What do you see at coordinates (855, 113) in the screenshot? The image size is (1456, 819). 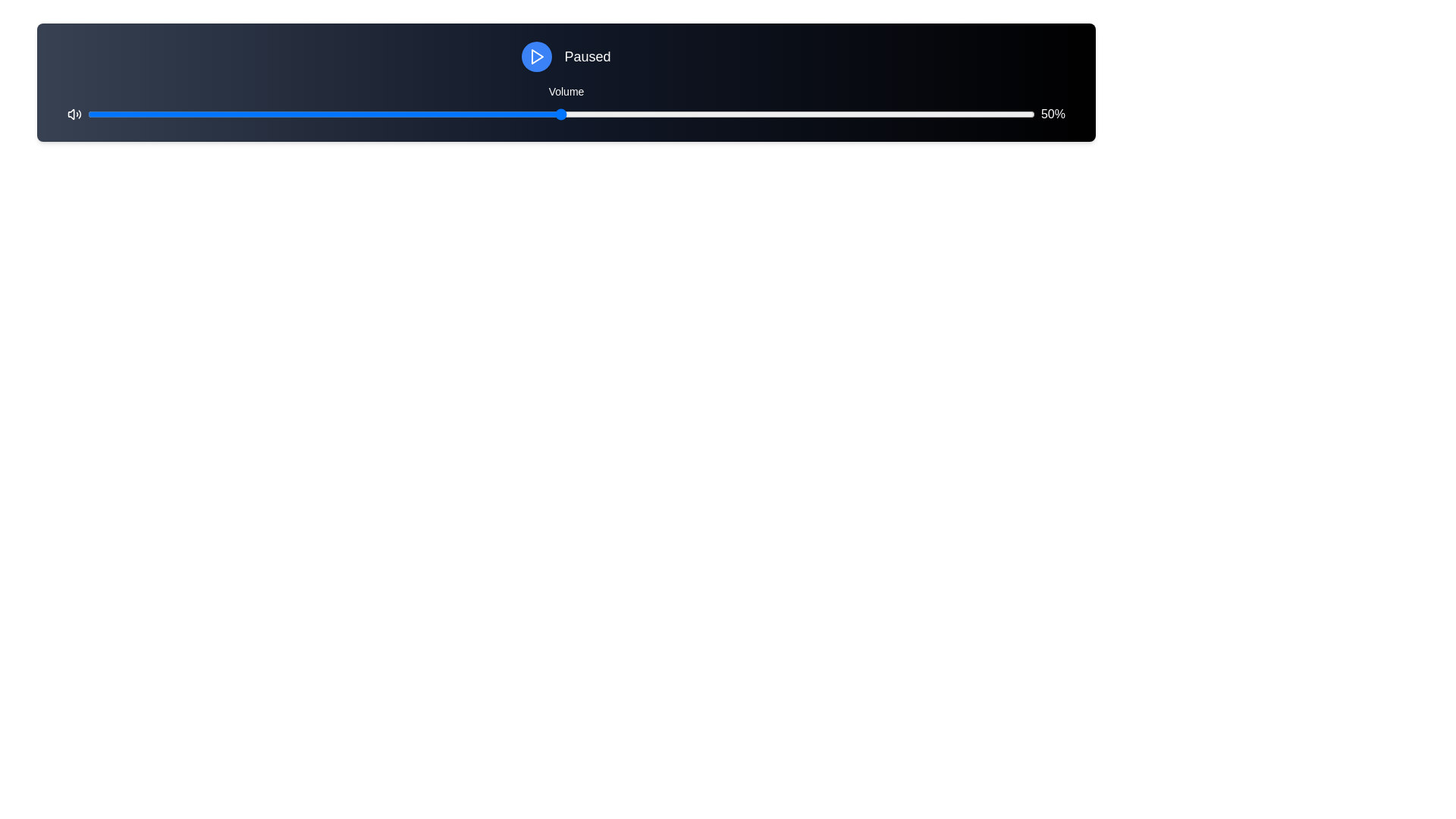 I see `the volume level` at bounding box center [855, 113].